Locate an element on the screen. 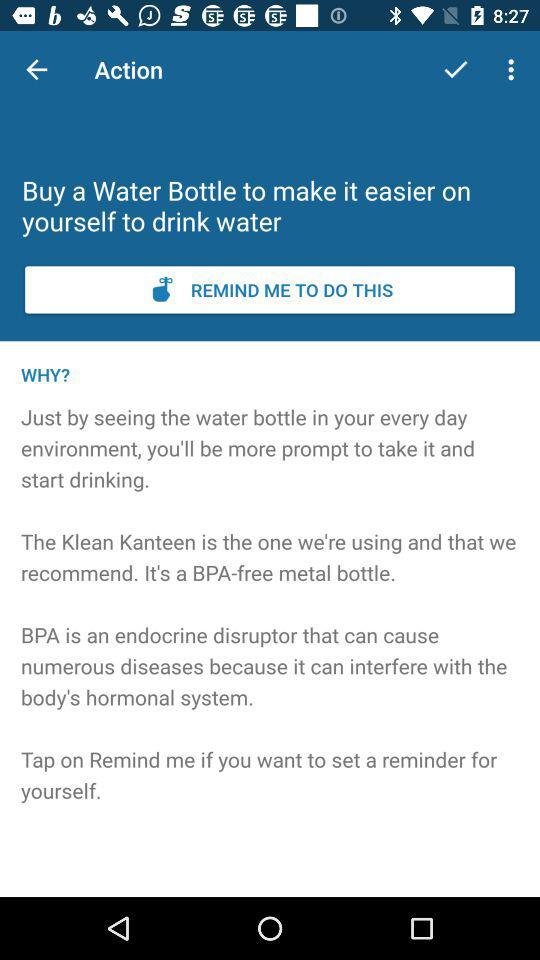  item above the buy a water icon is located at coordinates (36, 69).